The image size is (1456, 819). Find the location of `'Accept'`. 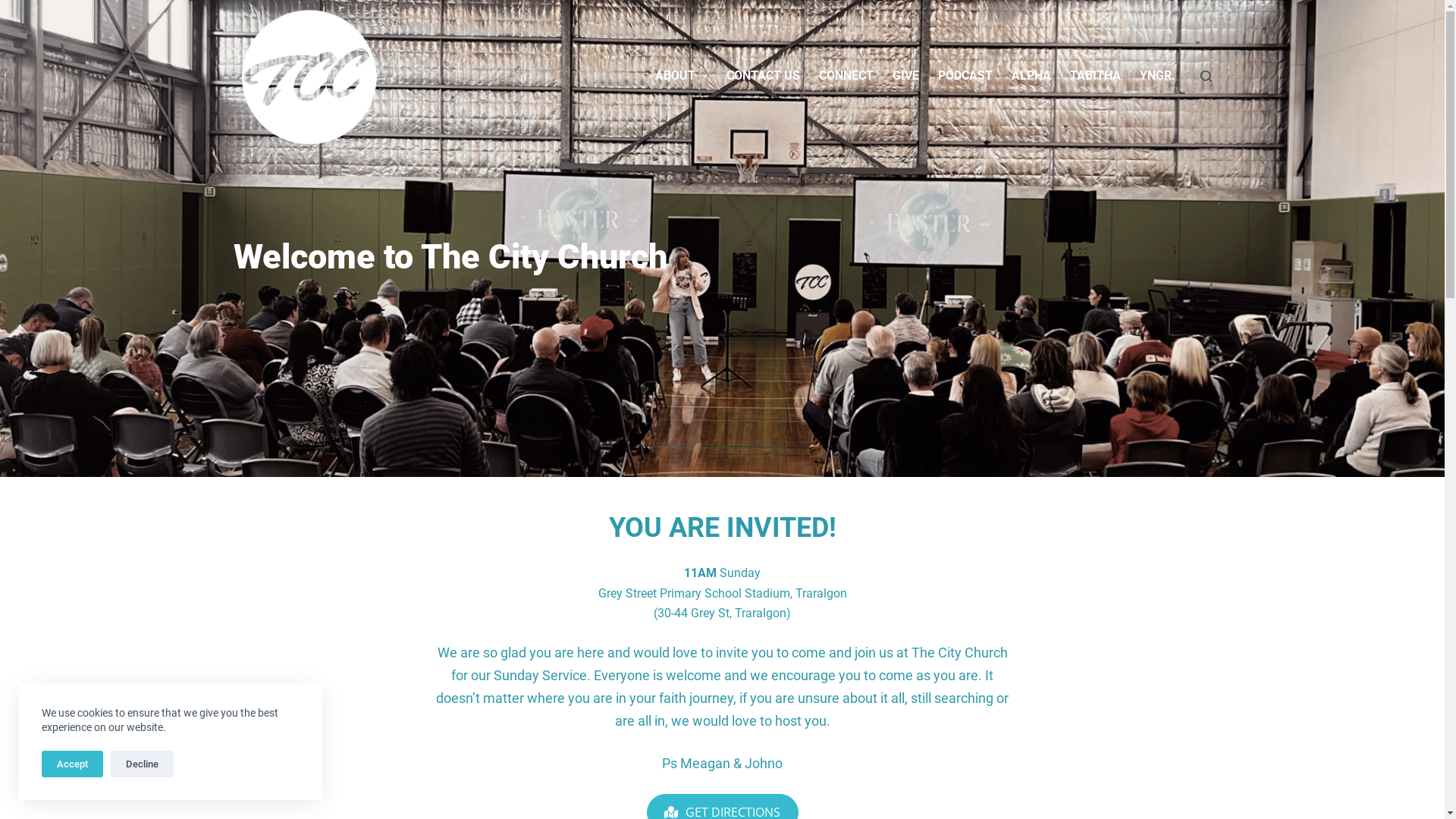

'Accept' is located at coordinates (71, 764).